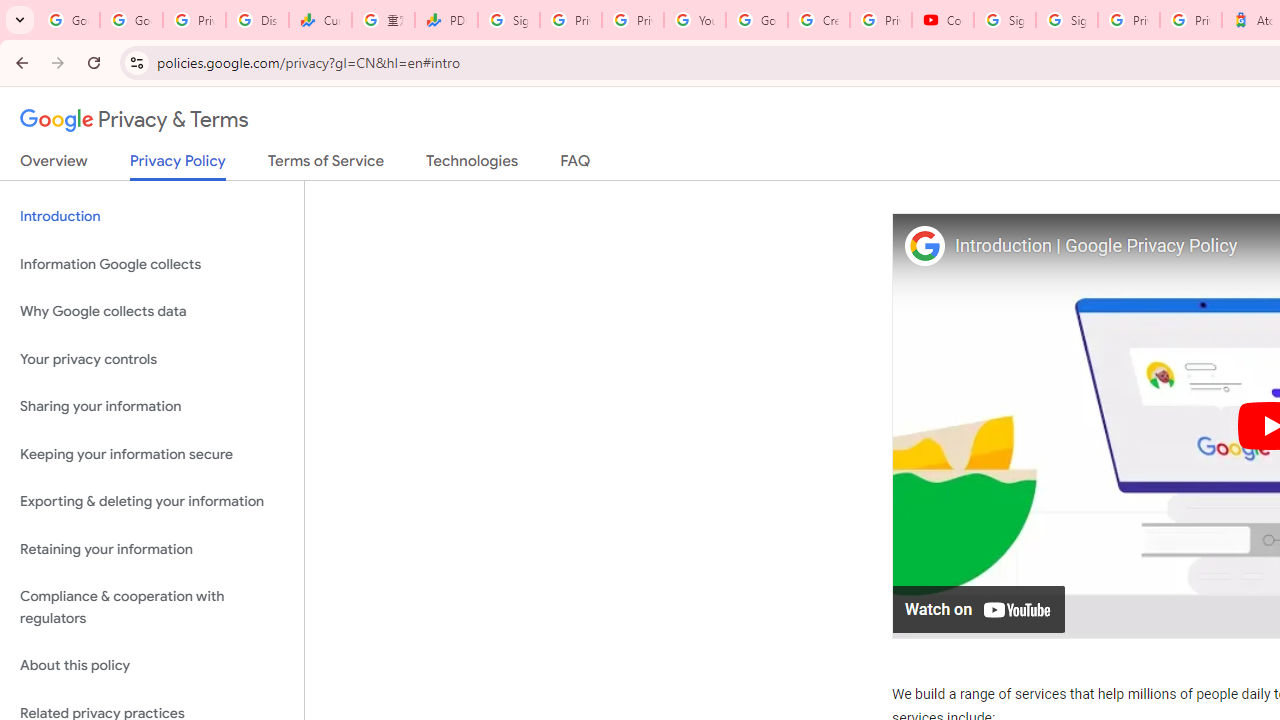 Image resolution: width=1280 pixels, height=720 pixels. I want to click on 'YouTube', so click(695, 20).